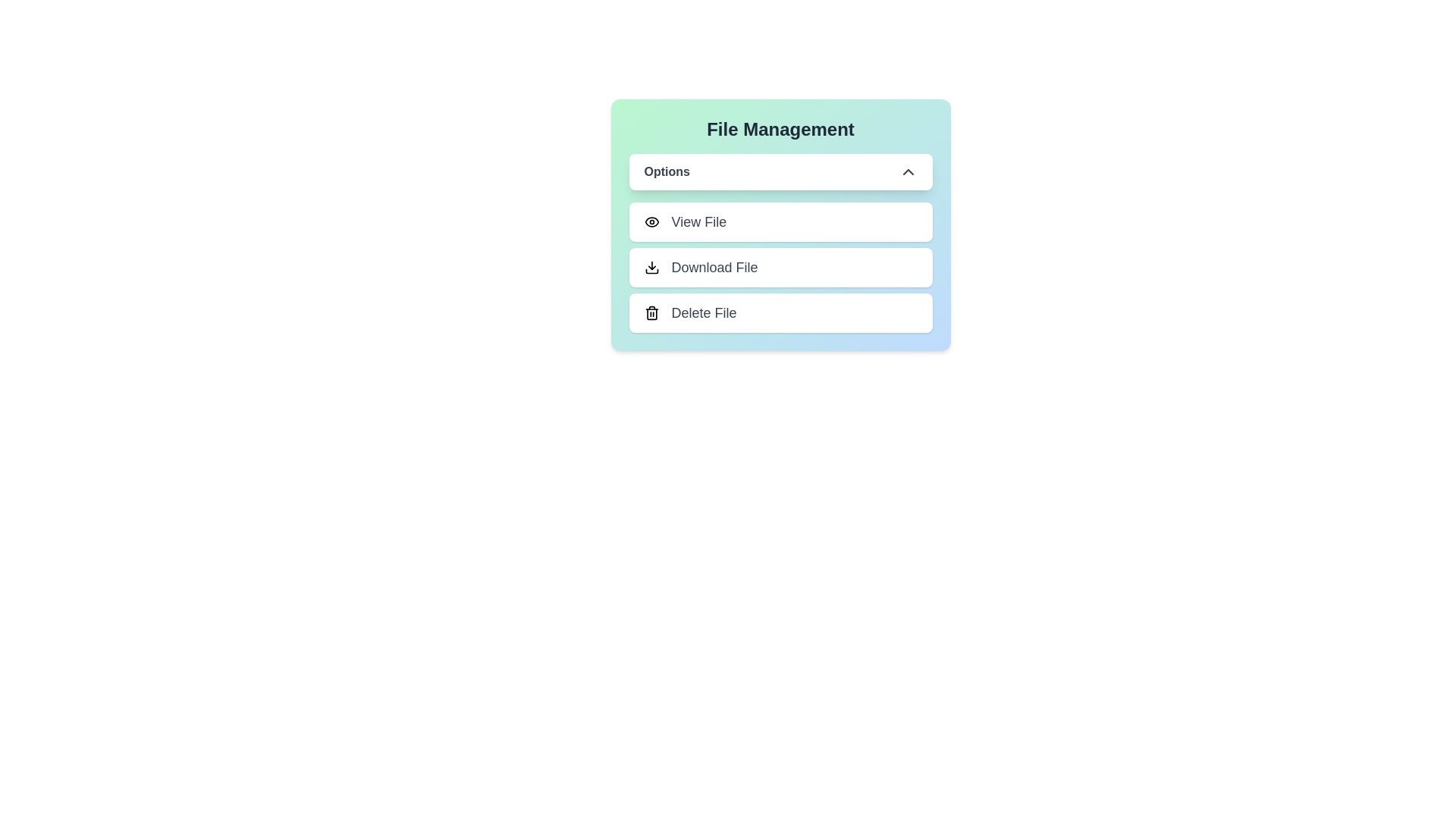 The width and height of the screenshot is (1456, 819). Describe the element at coordinates (651, 267) in the screenshot. I see `the icon next to the menu option Download File` at that location.